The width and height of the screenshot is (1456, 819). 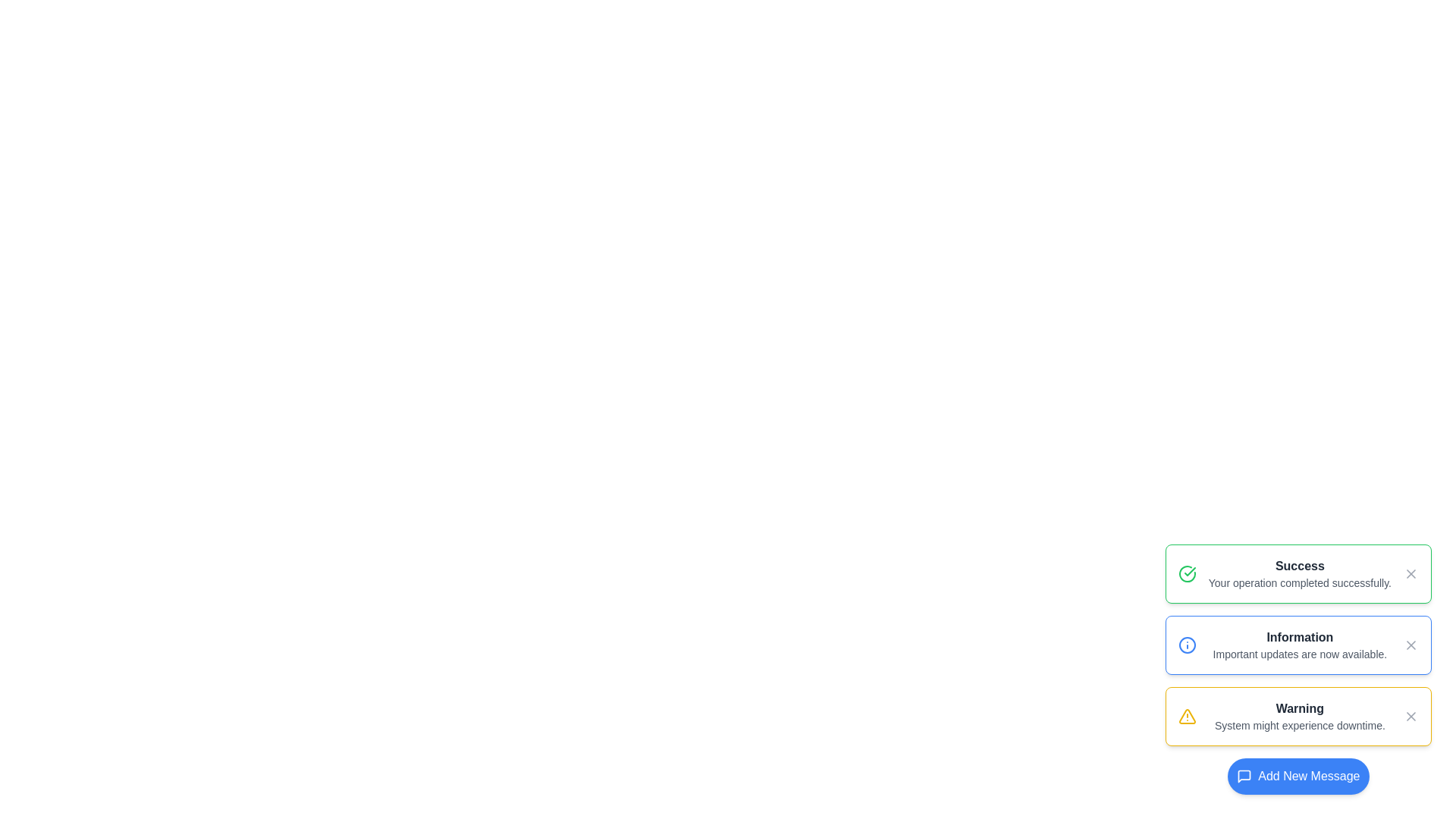 What do you see at coordinates (1244, 776) in the screenshot?
I see `the messaging icon located to the left of the text inside the 'Add New Message' button at the bottom-right corner of the interface` at bounding box center [1244, 776].